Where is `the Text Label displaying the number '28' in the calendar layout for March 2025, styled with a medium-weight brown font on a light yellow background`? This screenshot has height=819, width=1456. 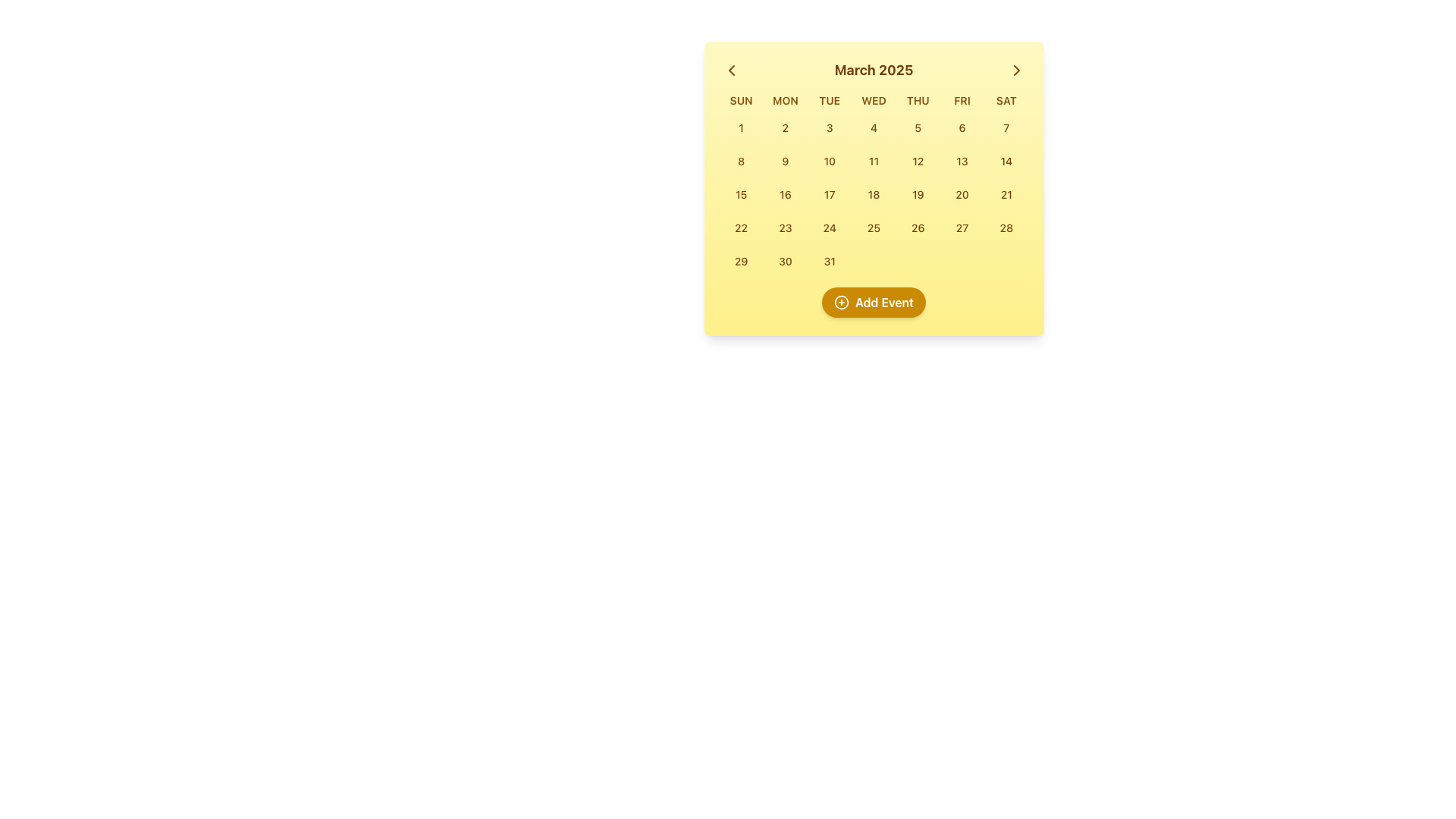
the Text Label displaying the number '28' in the calendar layout for March 2025, styled with a medium-weight brown font on a light yellow background is located at coordinates (1006, 227).